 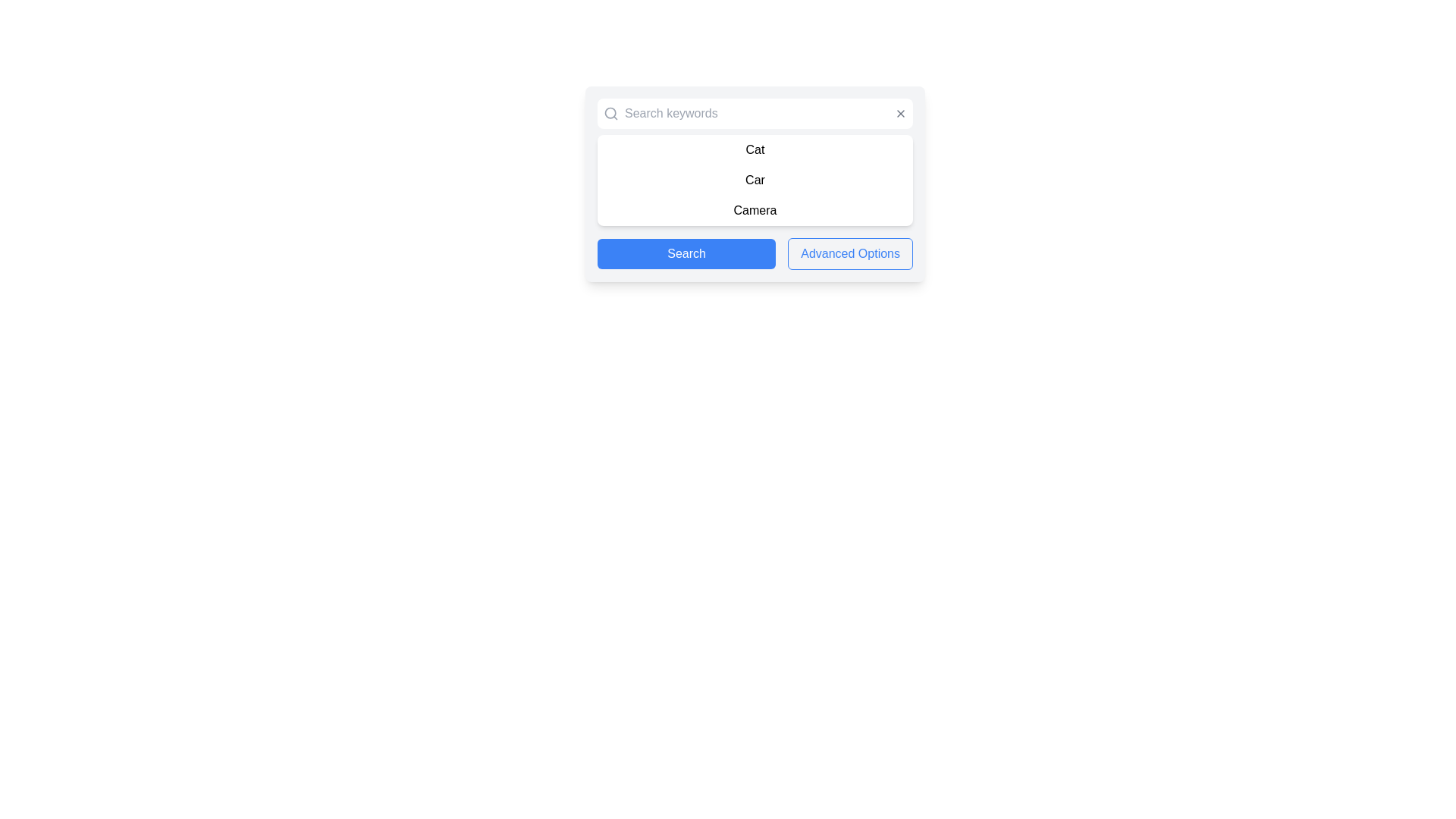 What do you see at coordinates (755, 149) in the screenshot?
I see `the first selectable list item labeled 'Cat' in the dropdown or list` at bounding box center [755, 149].